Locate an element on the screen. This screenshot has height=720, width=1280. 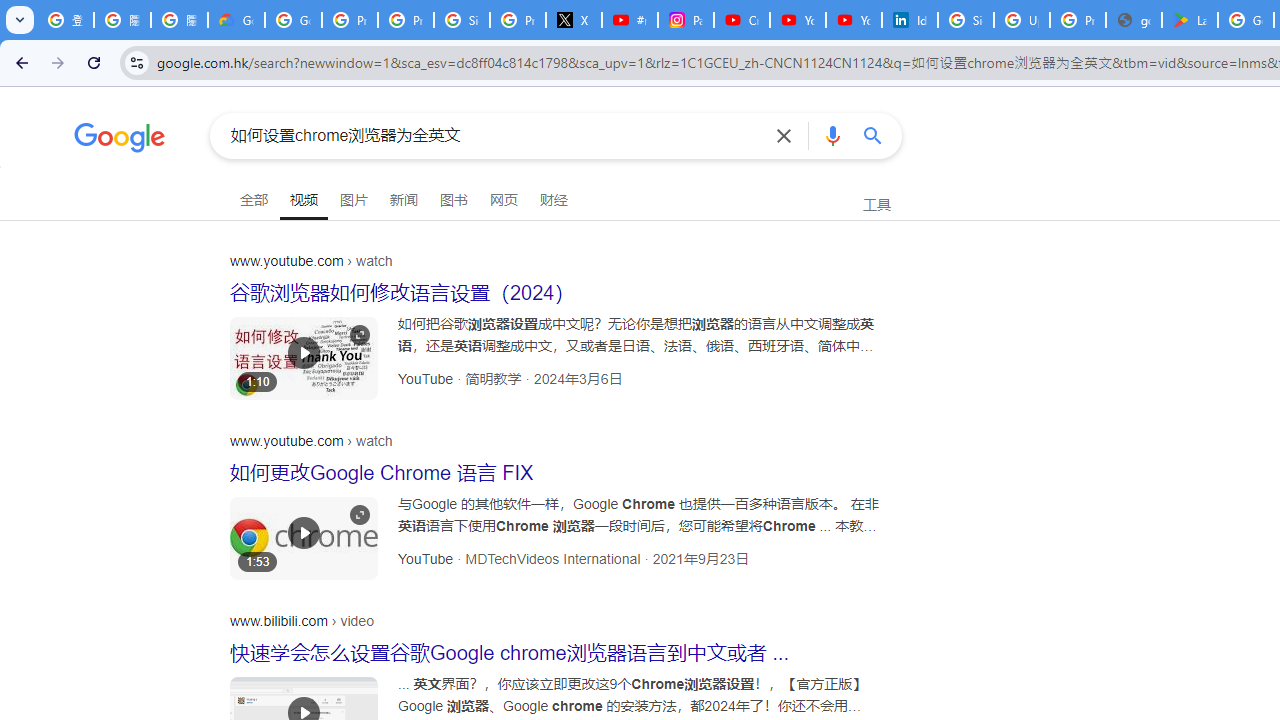
'Last Shelter: Survival - Apps on Google Play' is located at coordinates (1190, 20).